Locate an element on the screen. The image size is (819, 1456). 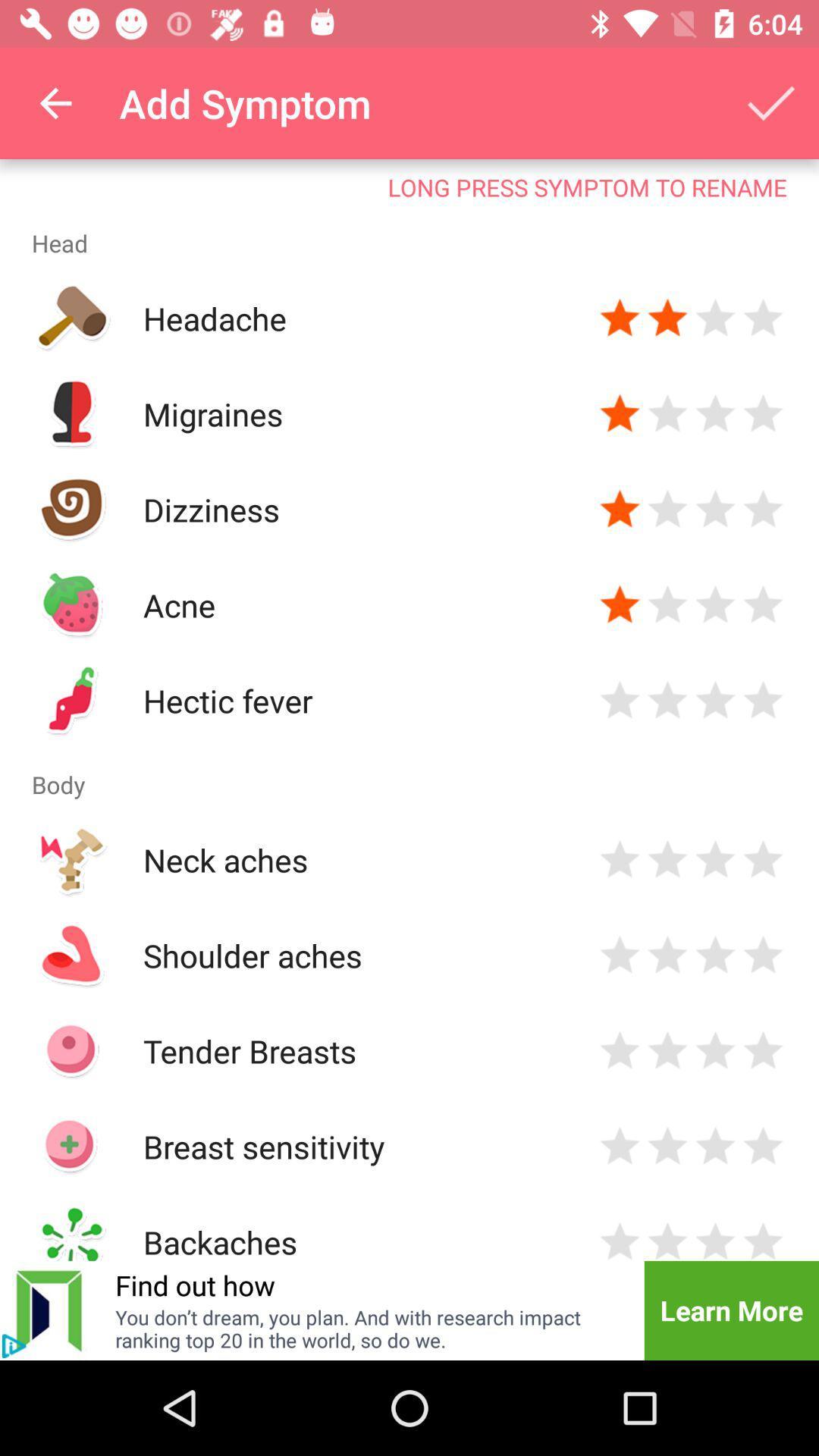
indicates intensity of symptom is located at coordinates (715, 604).